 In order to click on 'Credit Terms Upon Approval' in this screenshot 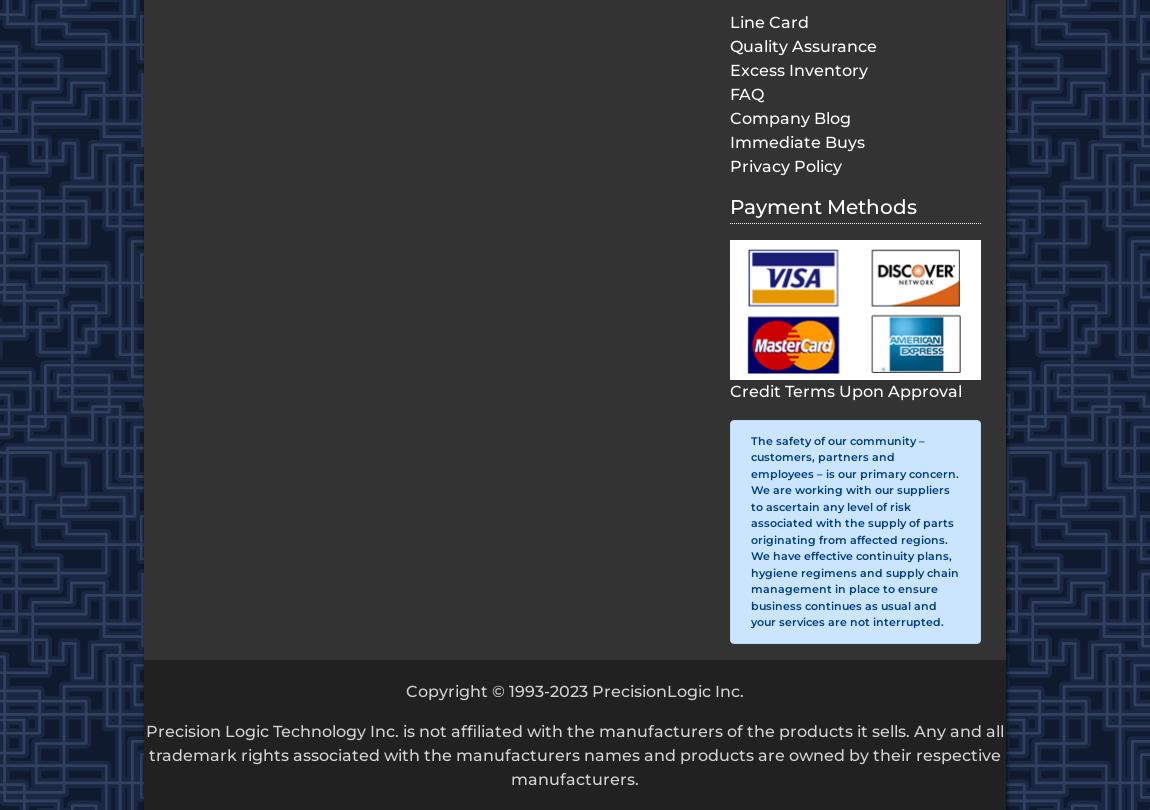, I will do `click(845, 389)`.